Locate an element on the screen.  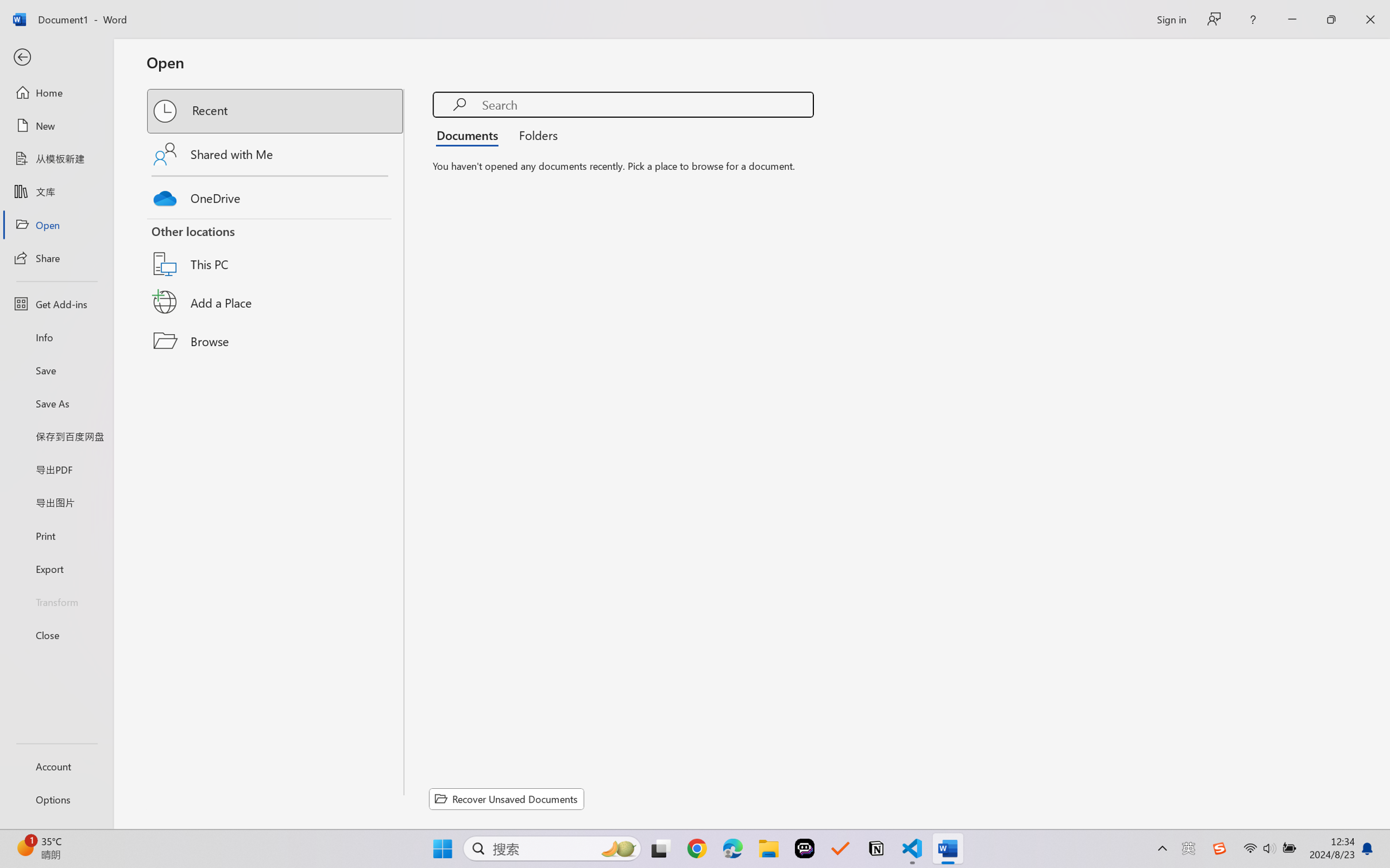
'Shared with Me' is located at coordinates (276, 153).